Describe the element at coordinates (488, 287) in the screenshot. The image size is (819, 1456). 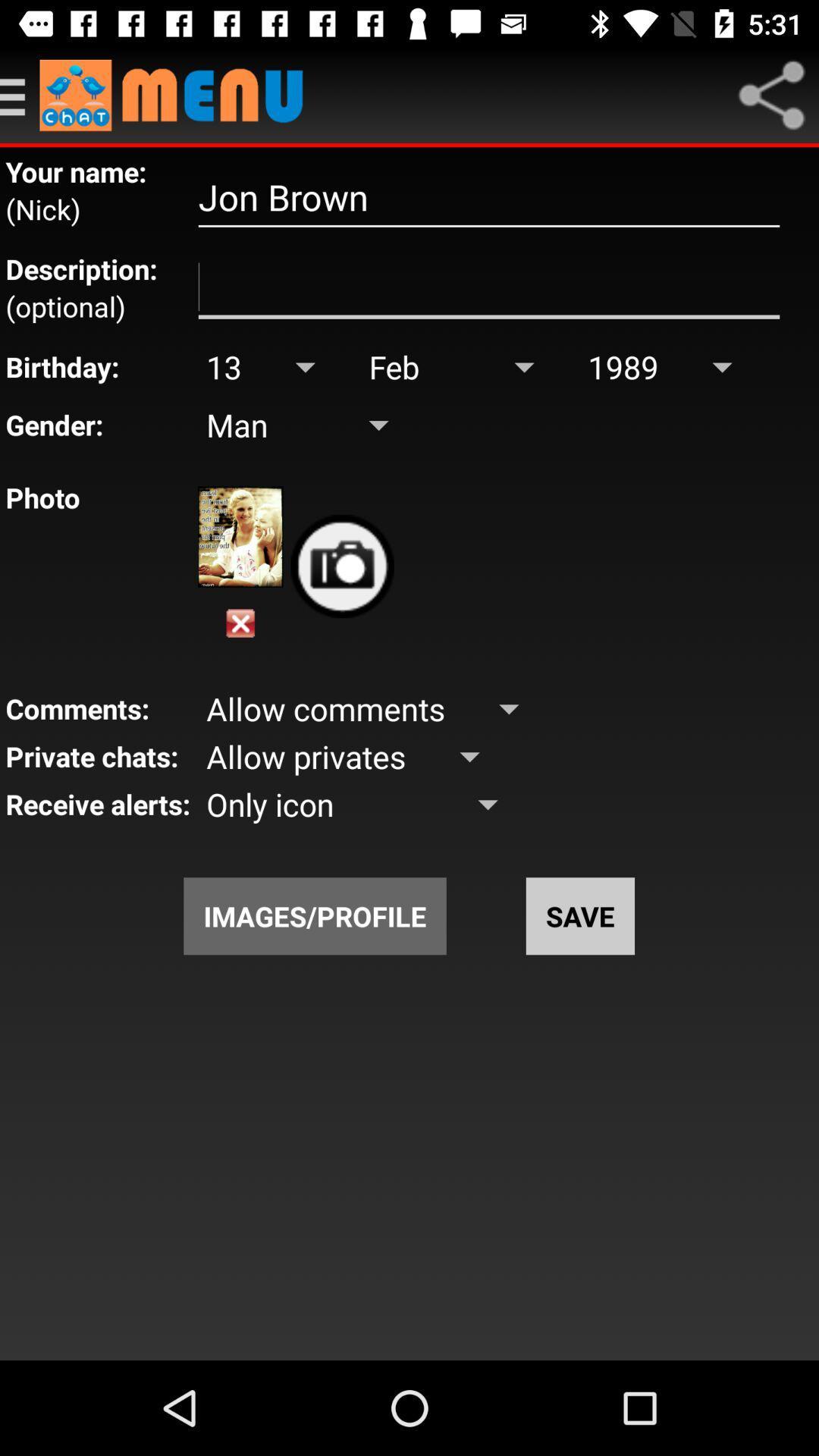
I see `text field` at that location.